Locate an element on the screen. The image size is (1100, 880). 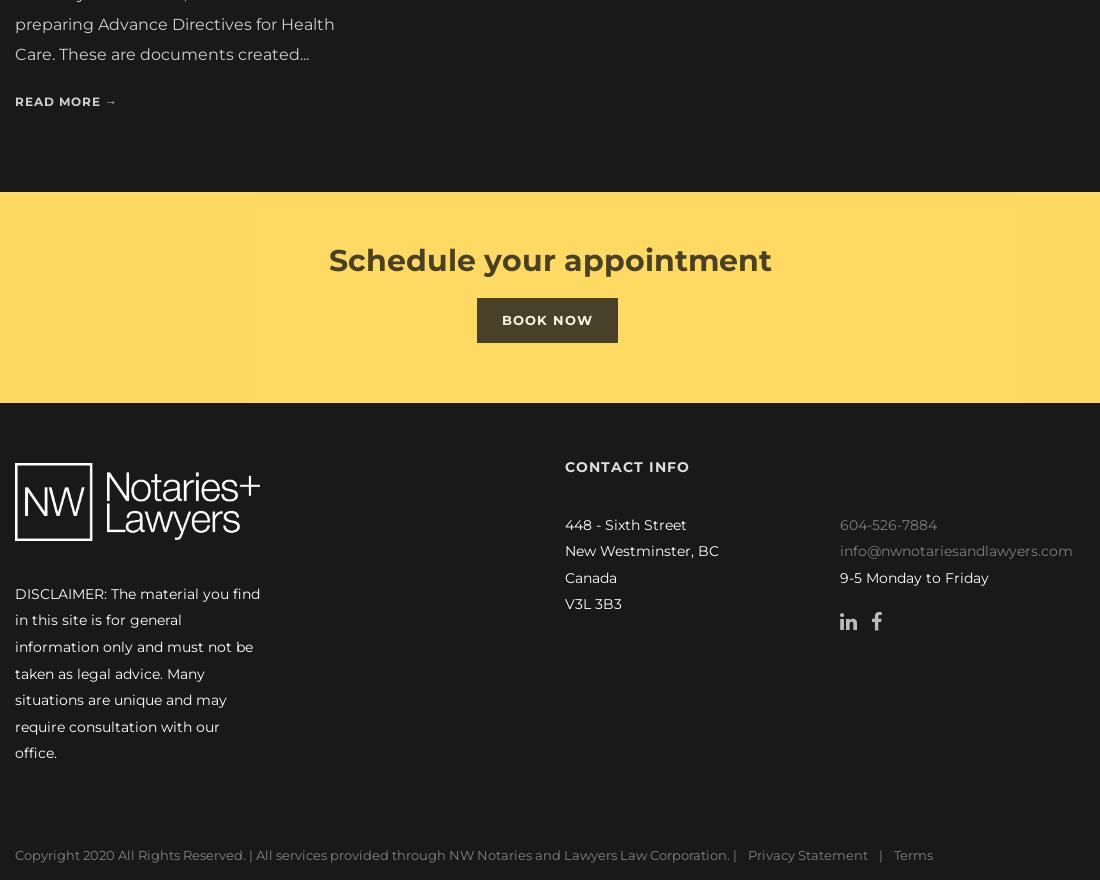
'448 - Sixth Street' is located at coordinates (563, 523).